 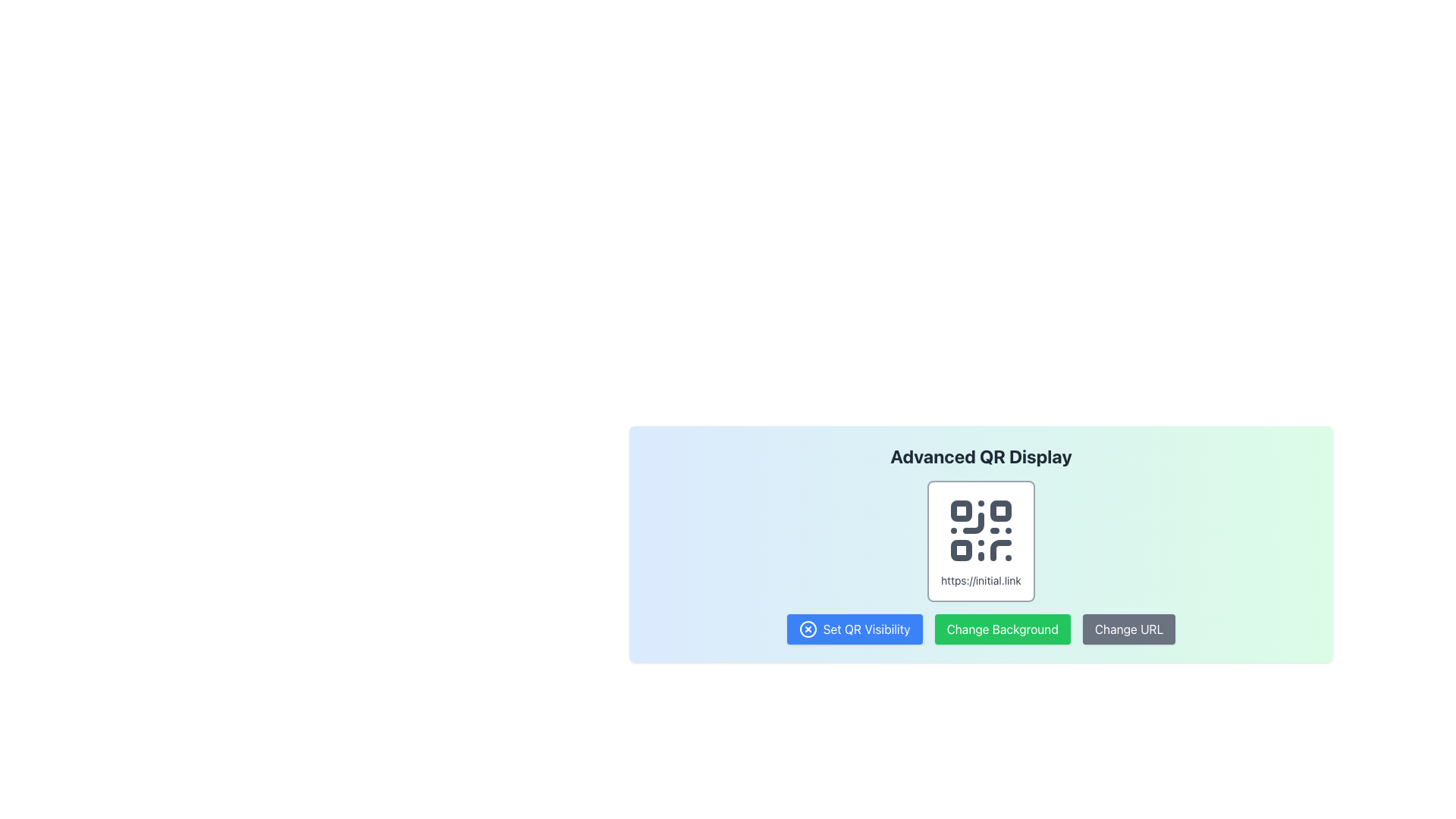 What do you see at coordinates (807, 629) in the screenshot?
I see `the icon located within the 'Set QR Visibility' button at the bottom-left corner of the displayed section` at bounding box center [807, 629].